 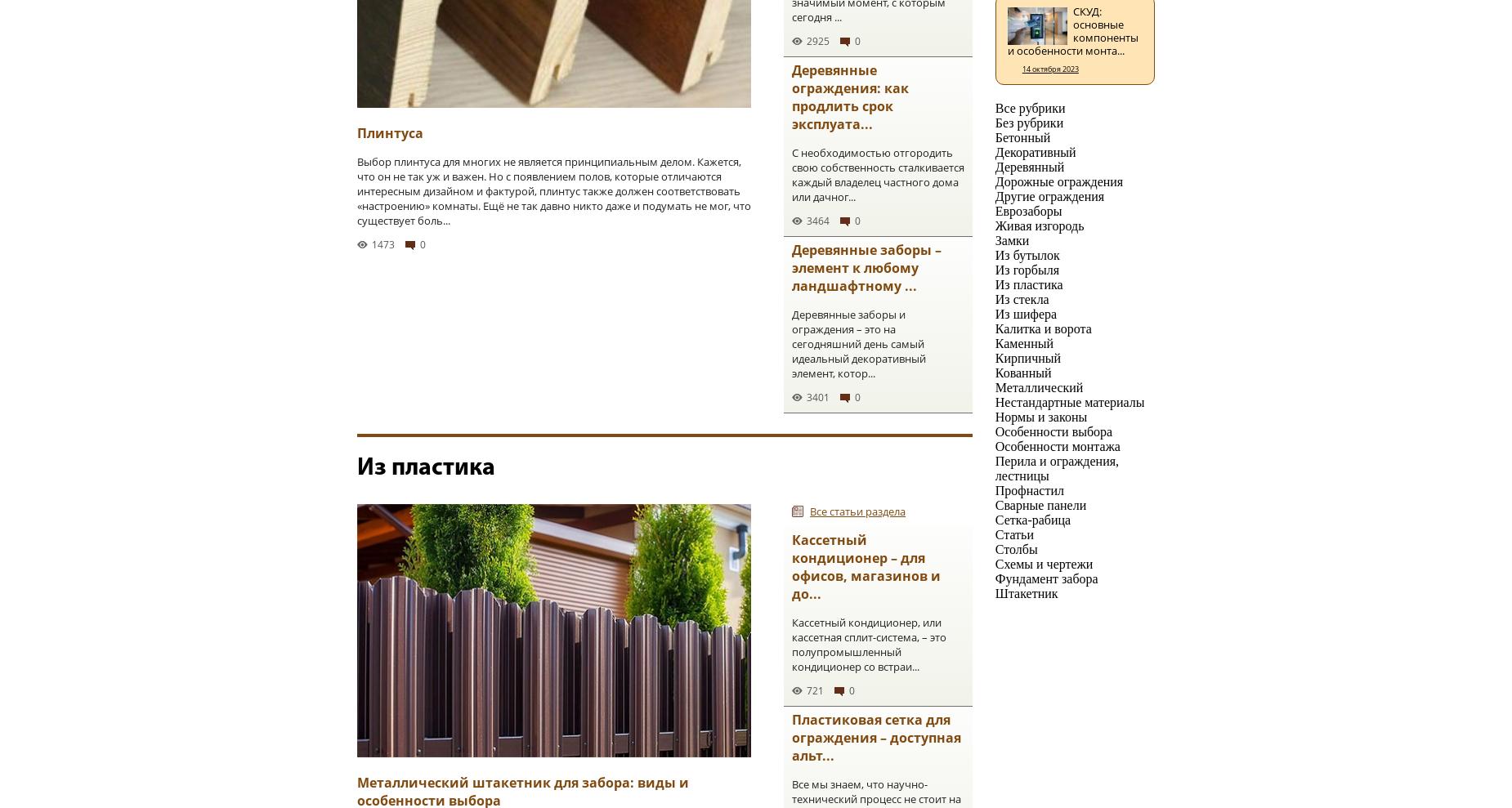 I want to click on '721', so click(x=814, y=690).